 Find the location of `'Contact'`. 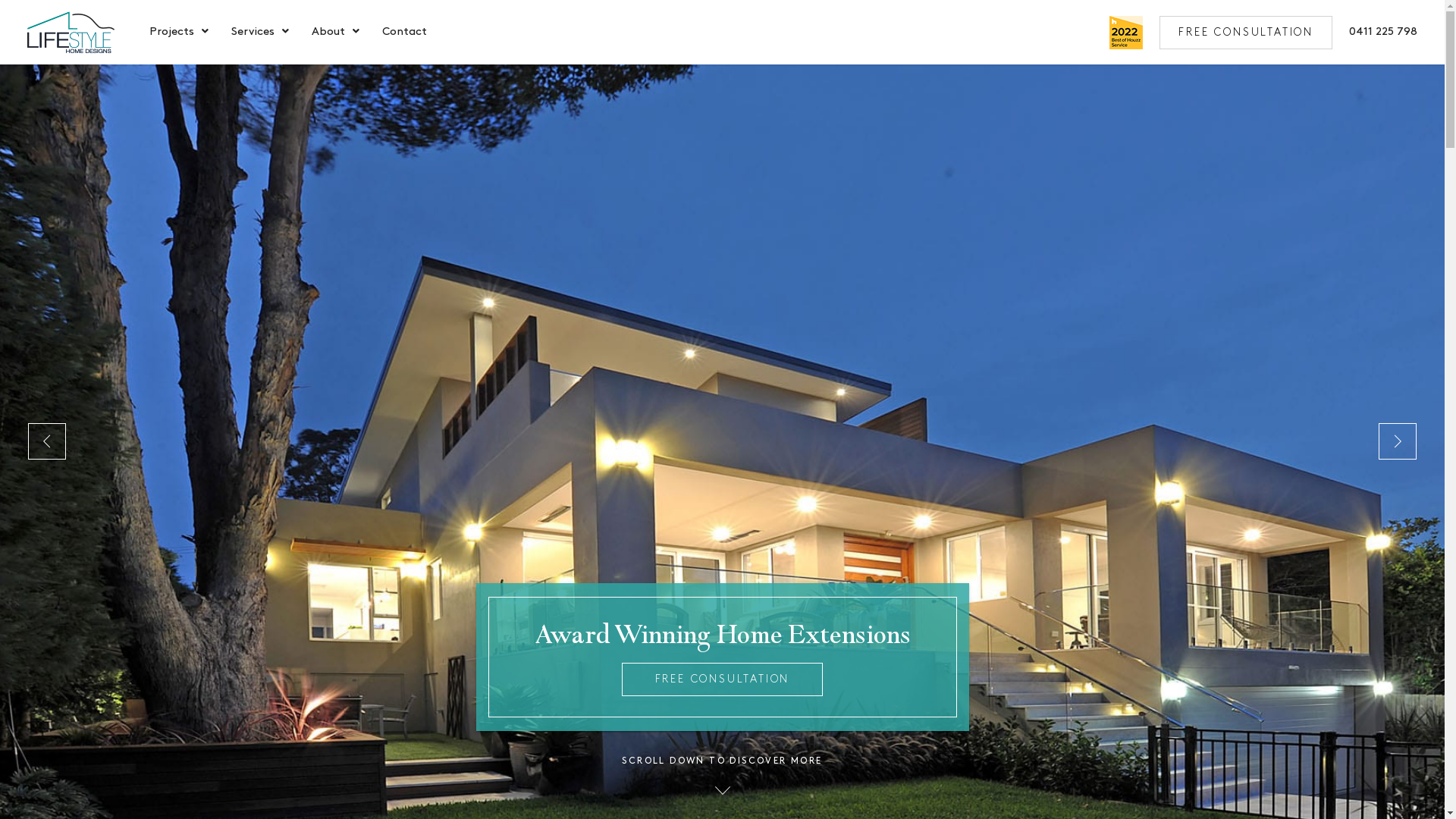

'Contact' is located at coordinates (404, 33).